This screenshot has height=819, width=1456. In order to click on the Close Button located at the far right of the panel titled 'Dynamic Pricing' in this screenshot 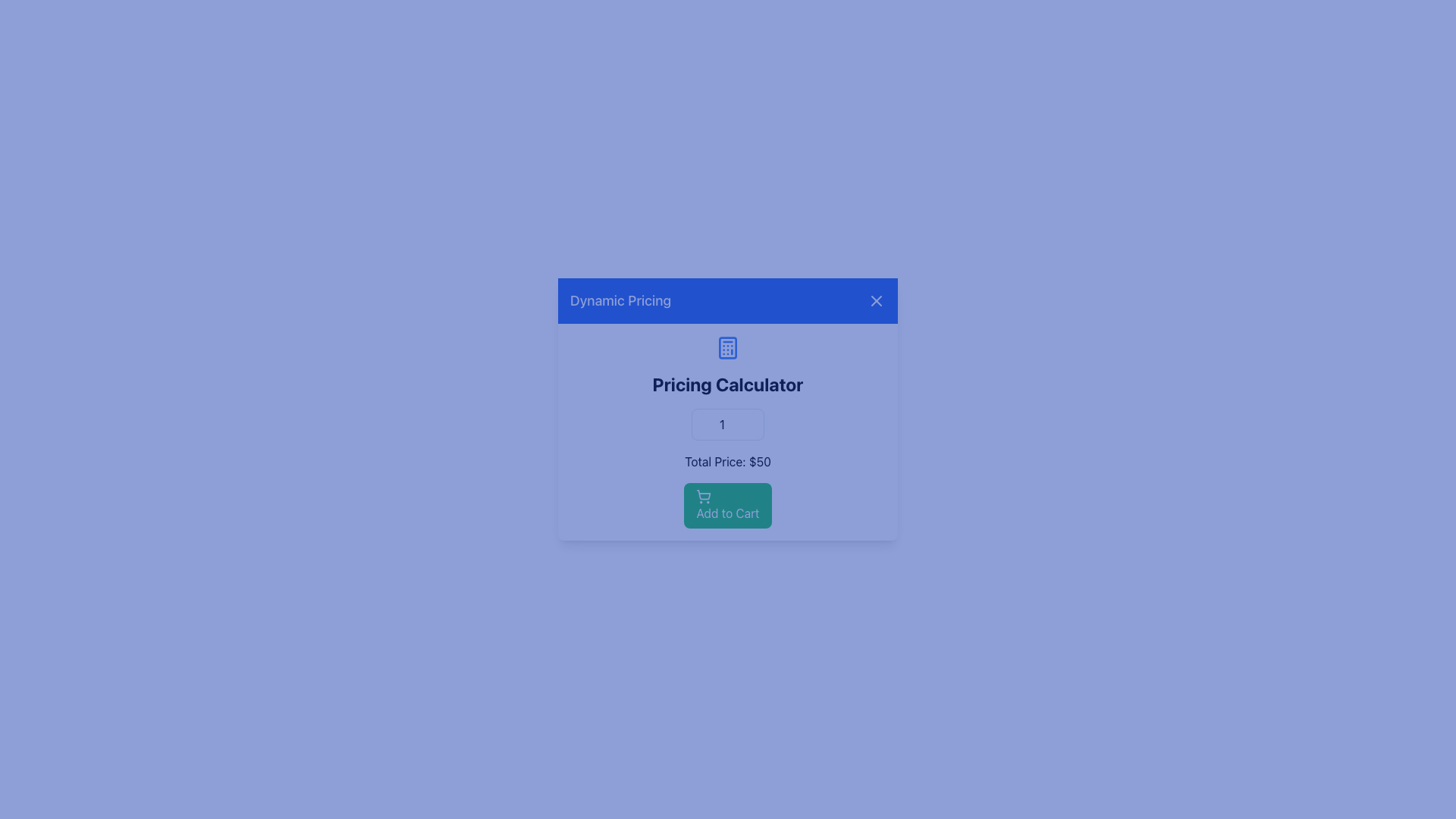, I will do `click(877, 301)`.